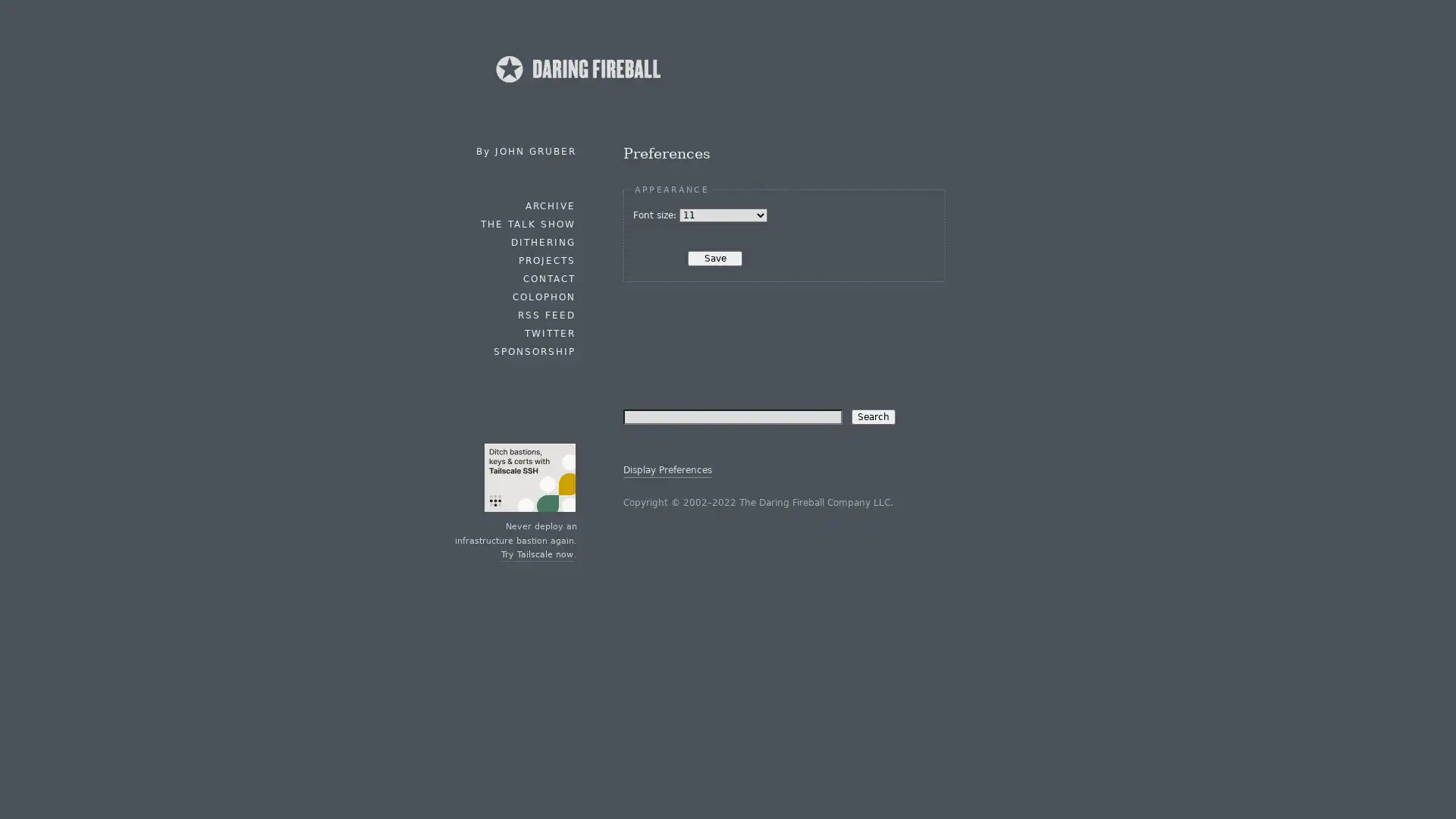 The width and height of the screenshot is (1456, 819). Describe the element at coordinates (714, 257) in the screenshot. I see `Save` at that location.